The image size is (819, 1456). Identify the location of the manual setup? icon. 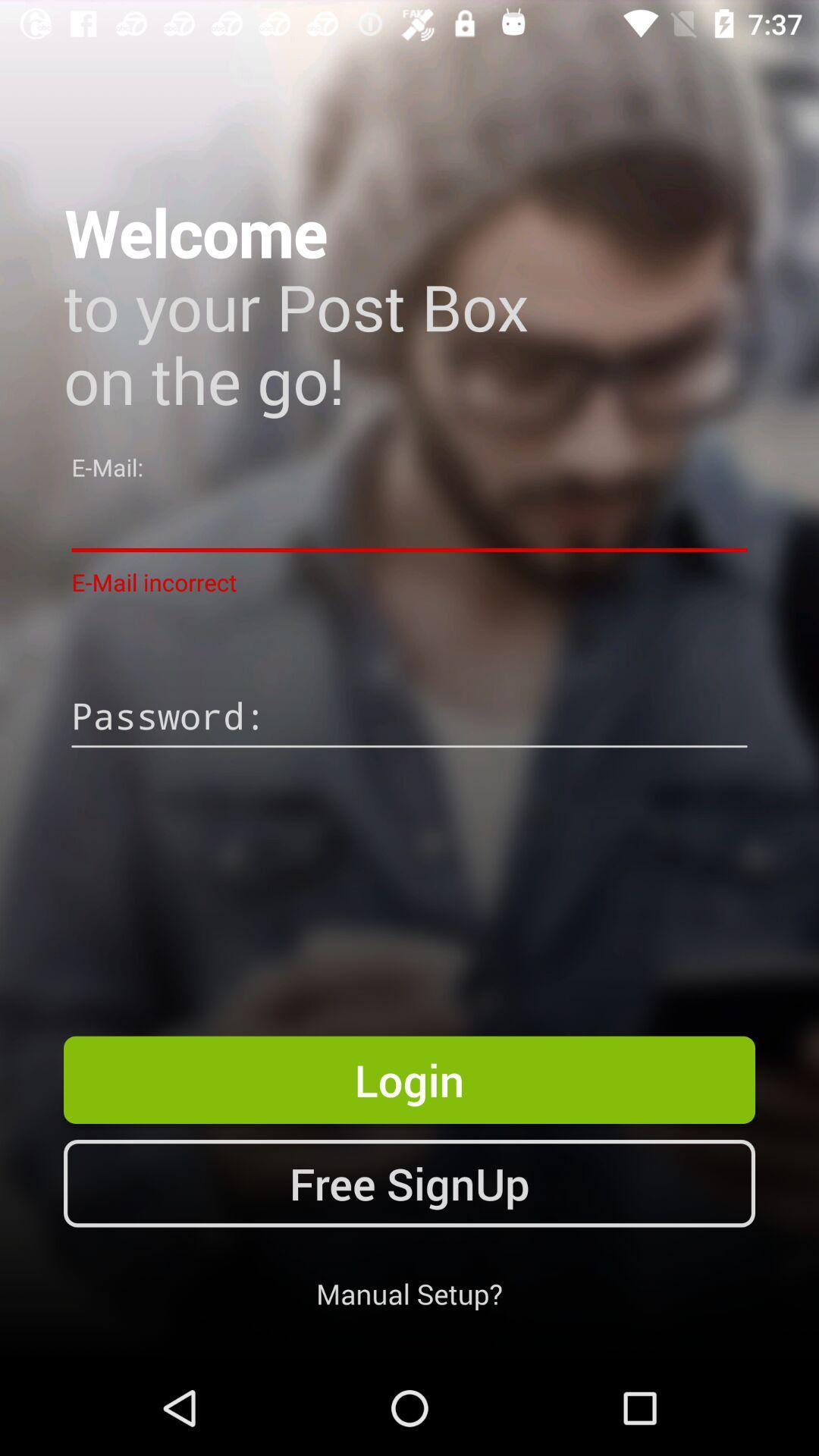
(409, 1293).